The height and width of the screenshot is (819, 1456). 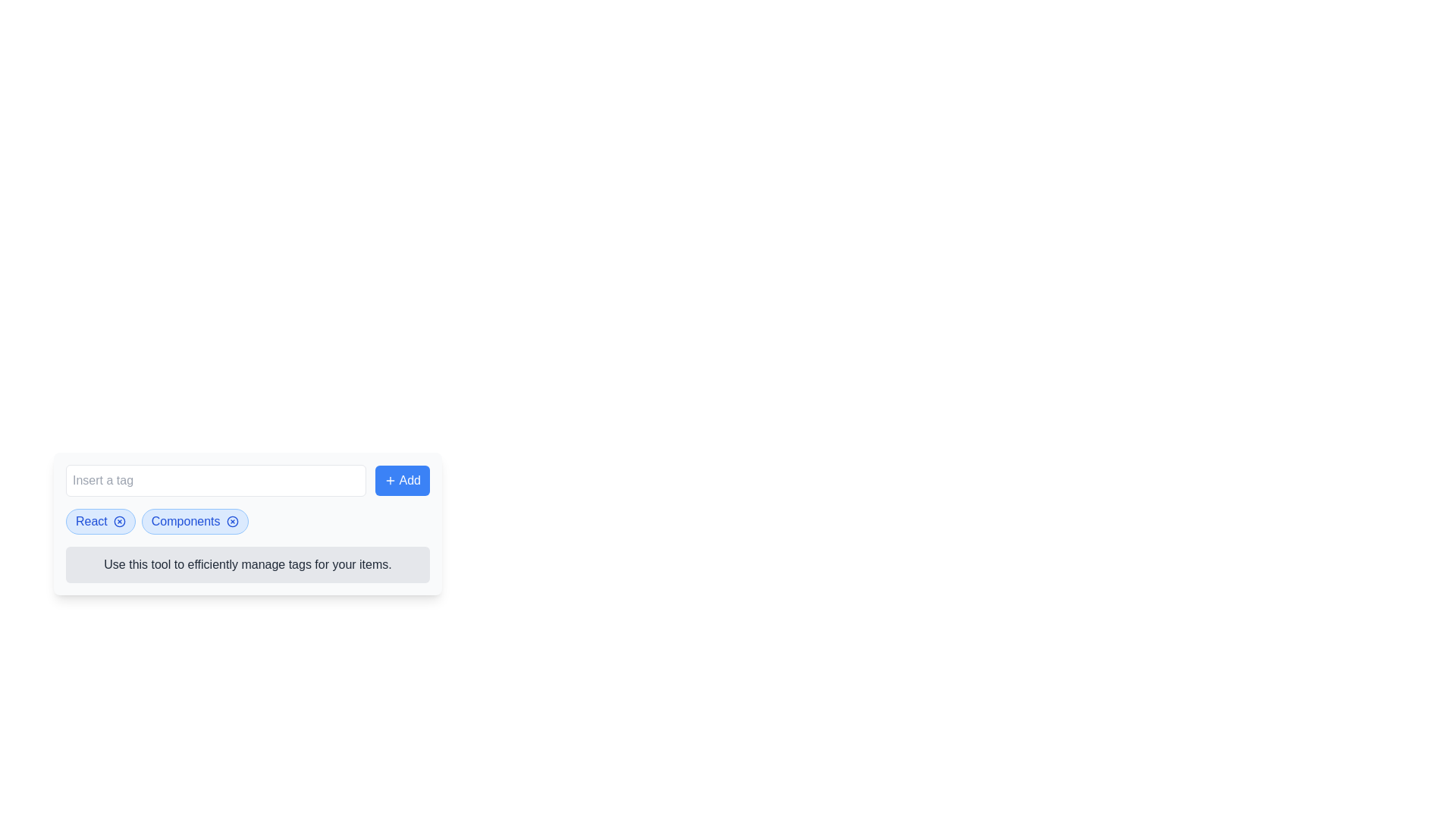 What do you see at coordinates (247, 564) in the screenshot?
I see `the Informational Text that provides instructions for managing tags efficiently, located below the selectable tags and input field` at bounding box center [247, 564].